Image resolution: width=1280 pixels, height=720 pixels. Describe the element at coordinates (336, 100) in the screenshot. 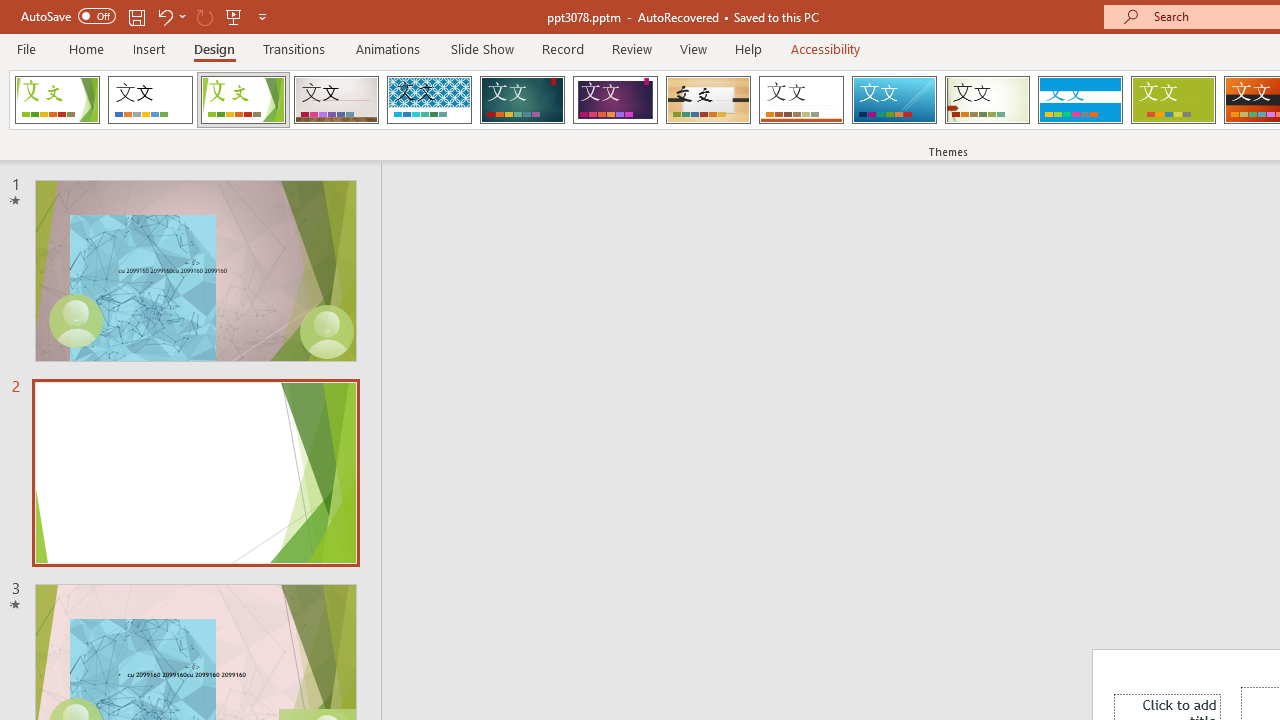

I see `'Gallery'` at that location.